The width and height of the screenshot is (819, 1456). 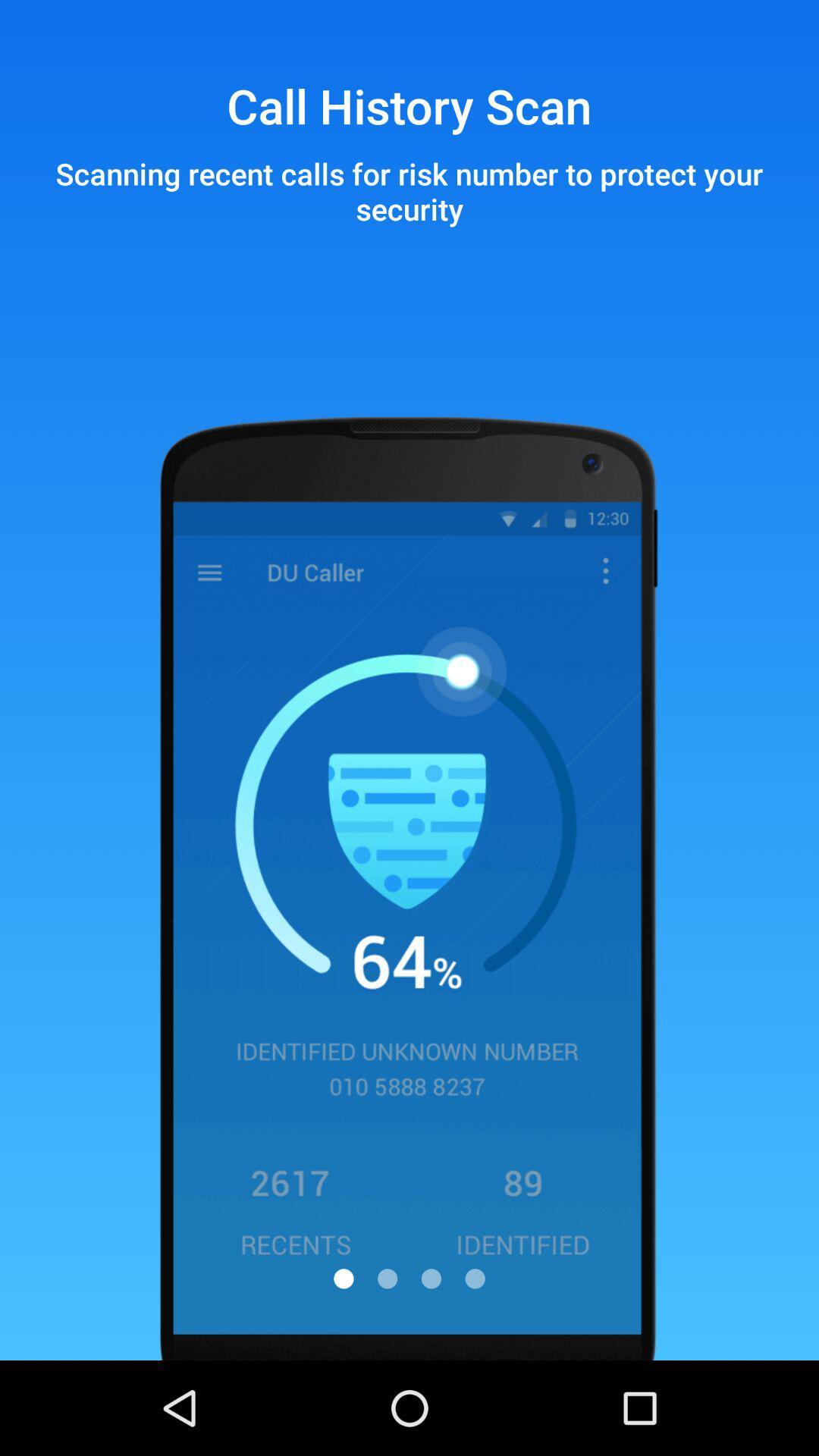 I want to click on the avatar icon, so click(x=344, y=1278).